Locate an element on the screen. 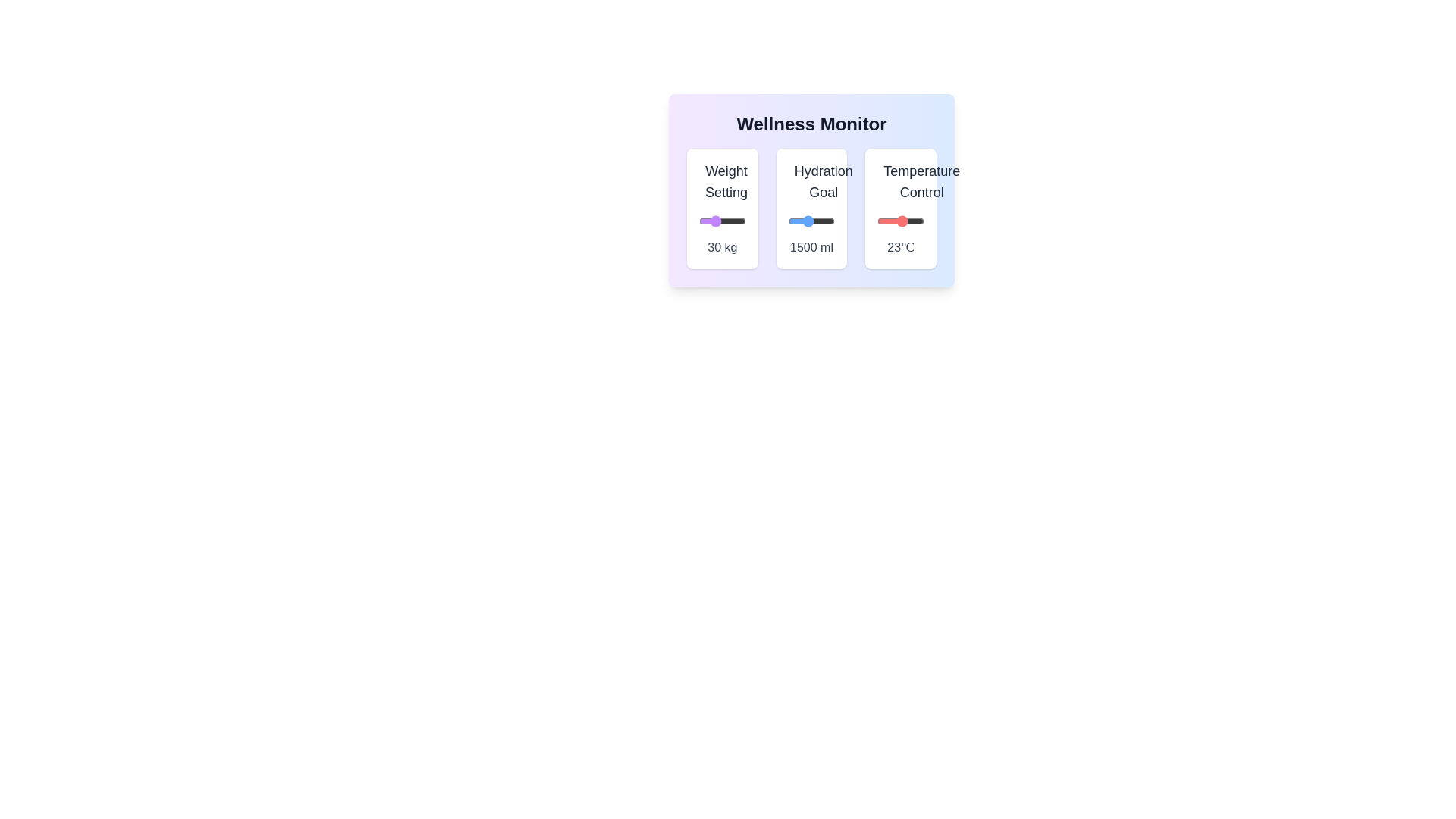  hydration goal is located at coordinates (795, 221).